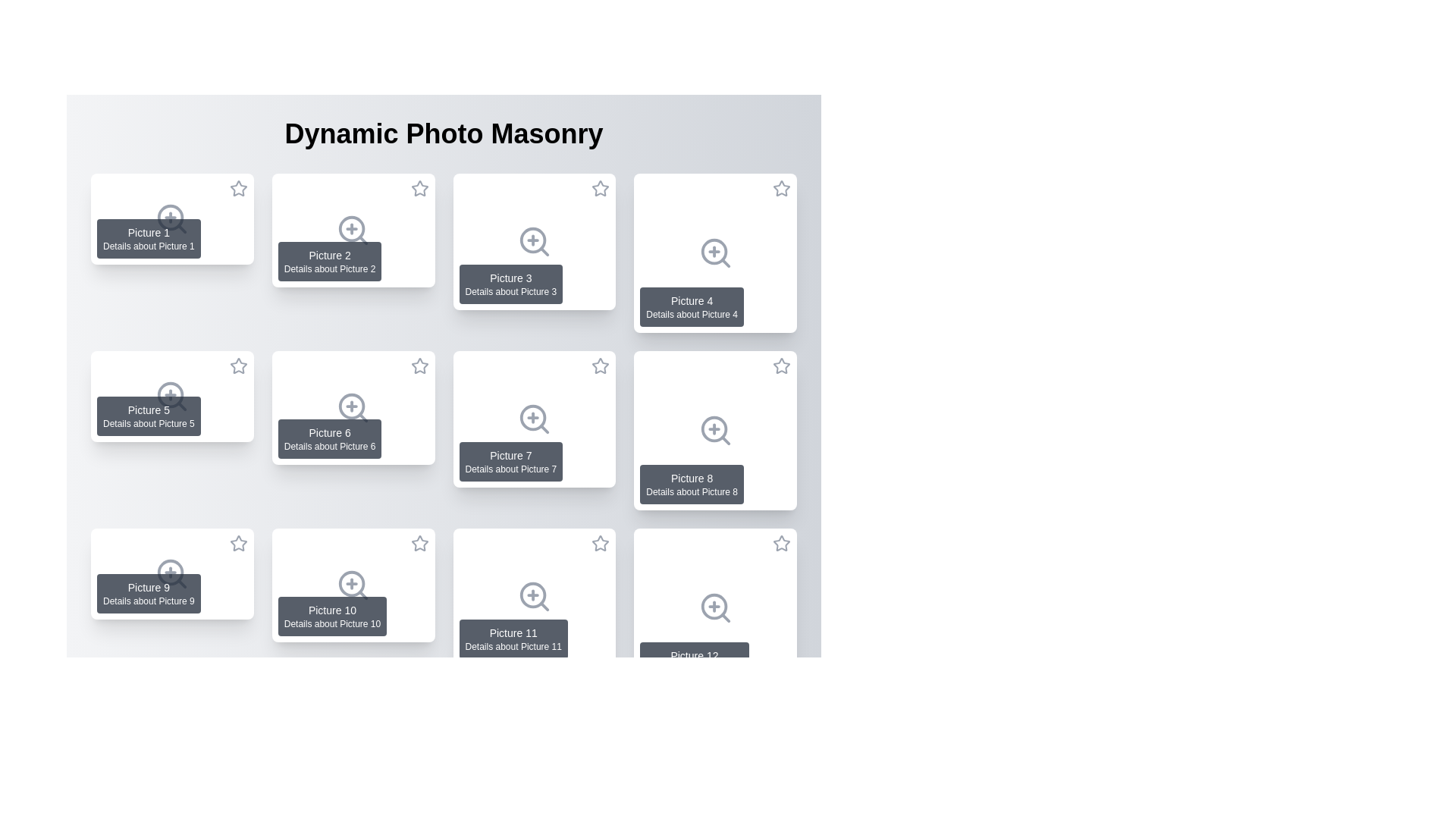 This screenshot has width=1456, height=819. I want to click on the circular vector graphic representing part of a magnifying glass icon located above the text 'Picture 9' and 'Details about Picture 9', so click(171, 573).